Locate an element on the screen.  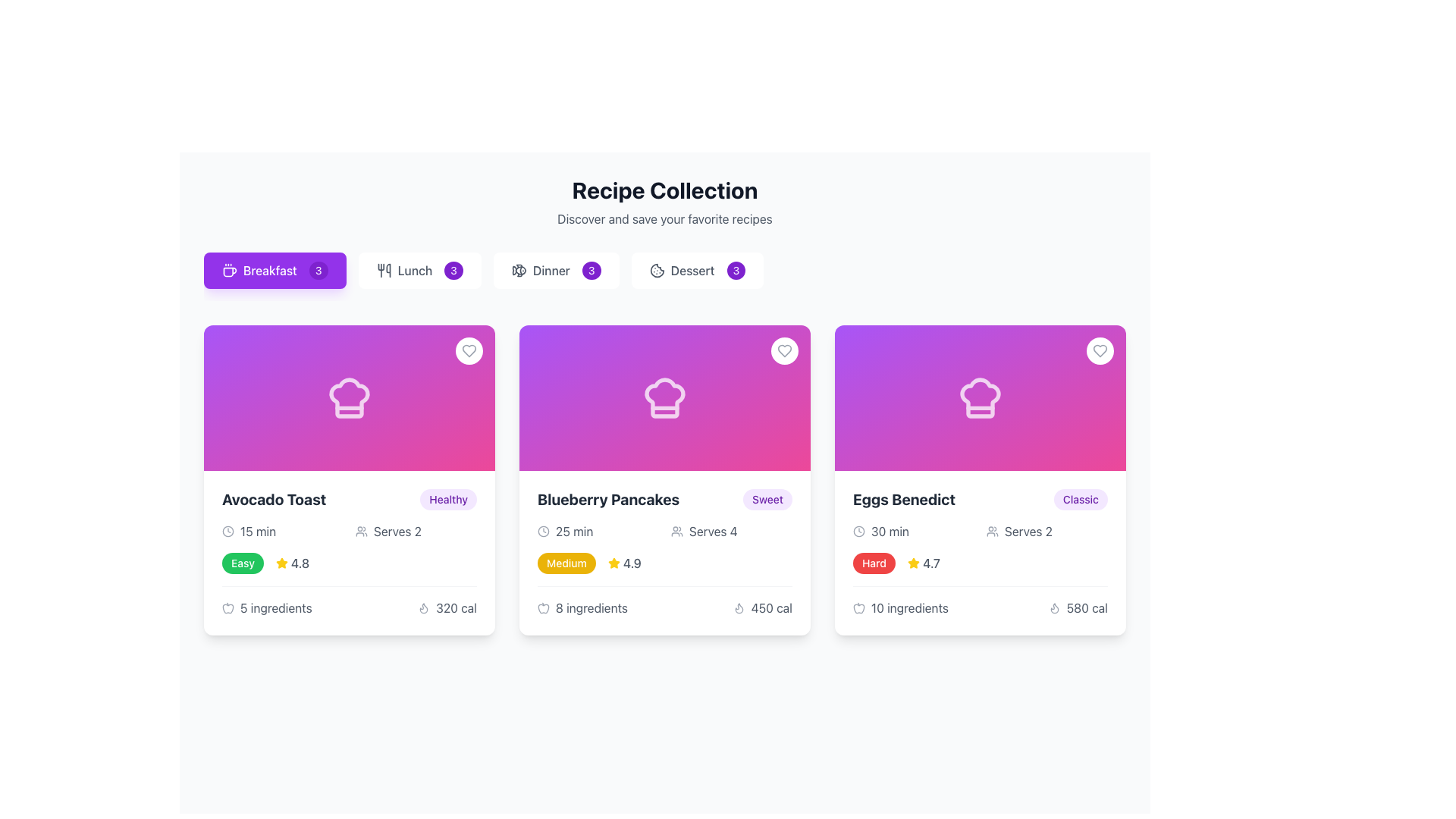
the chef's hat icon located in the center of the first card under the 'Breakfast' category tab for visual clarity is located at coordinates (348, 397).